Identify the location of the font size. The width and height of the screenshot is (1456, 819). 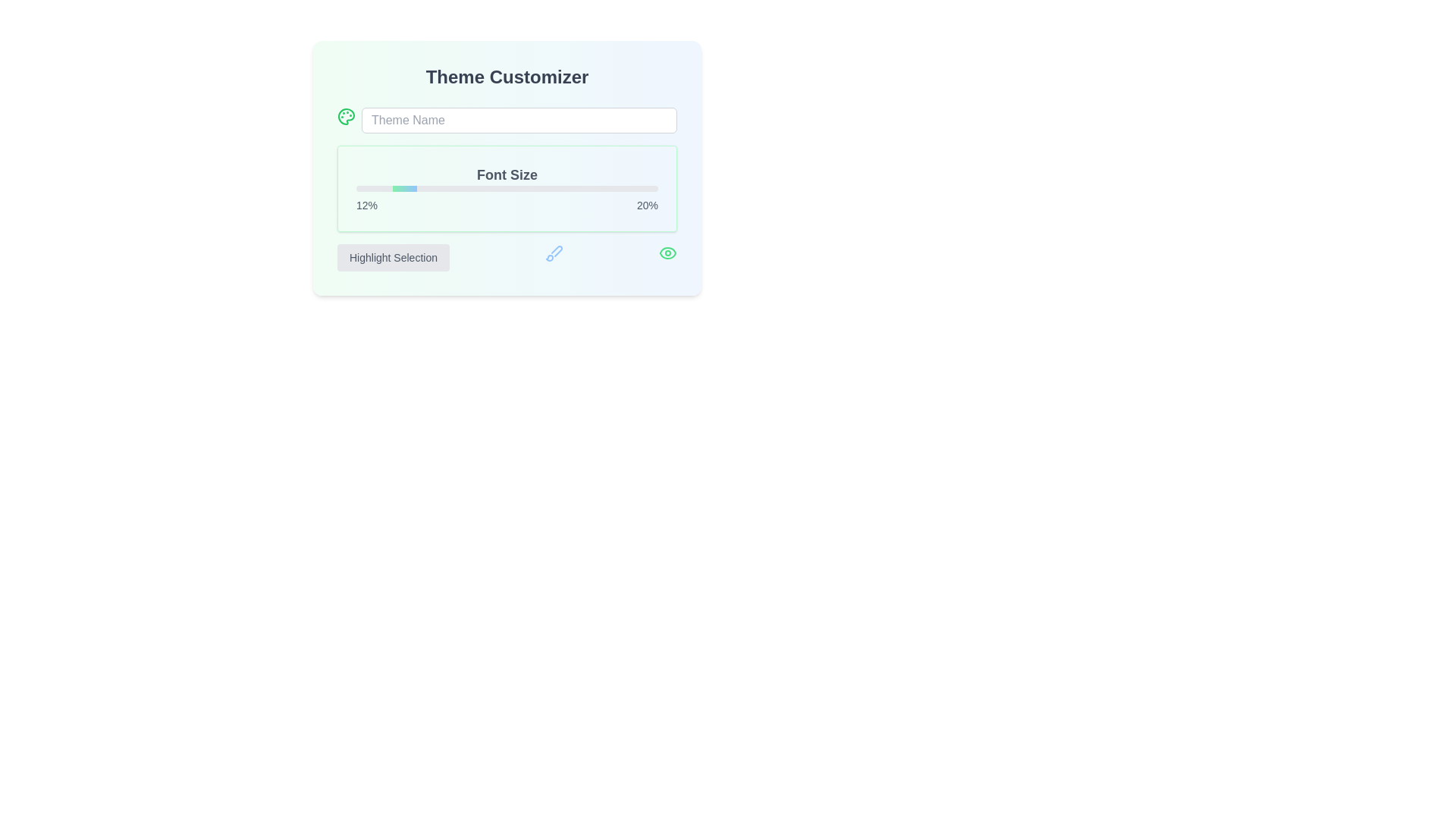
(464, 188).